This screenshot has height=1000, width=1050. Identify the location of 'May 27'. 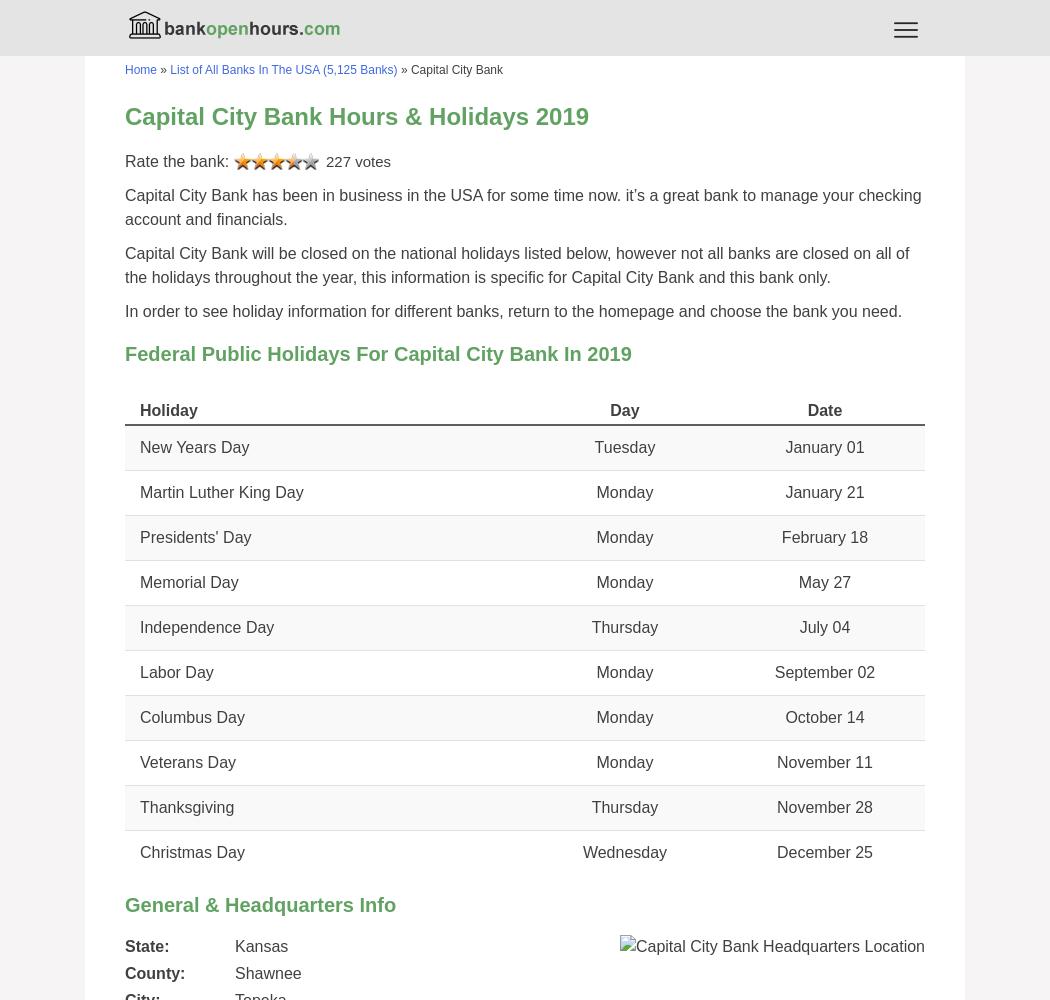
(823, 581).